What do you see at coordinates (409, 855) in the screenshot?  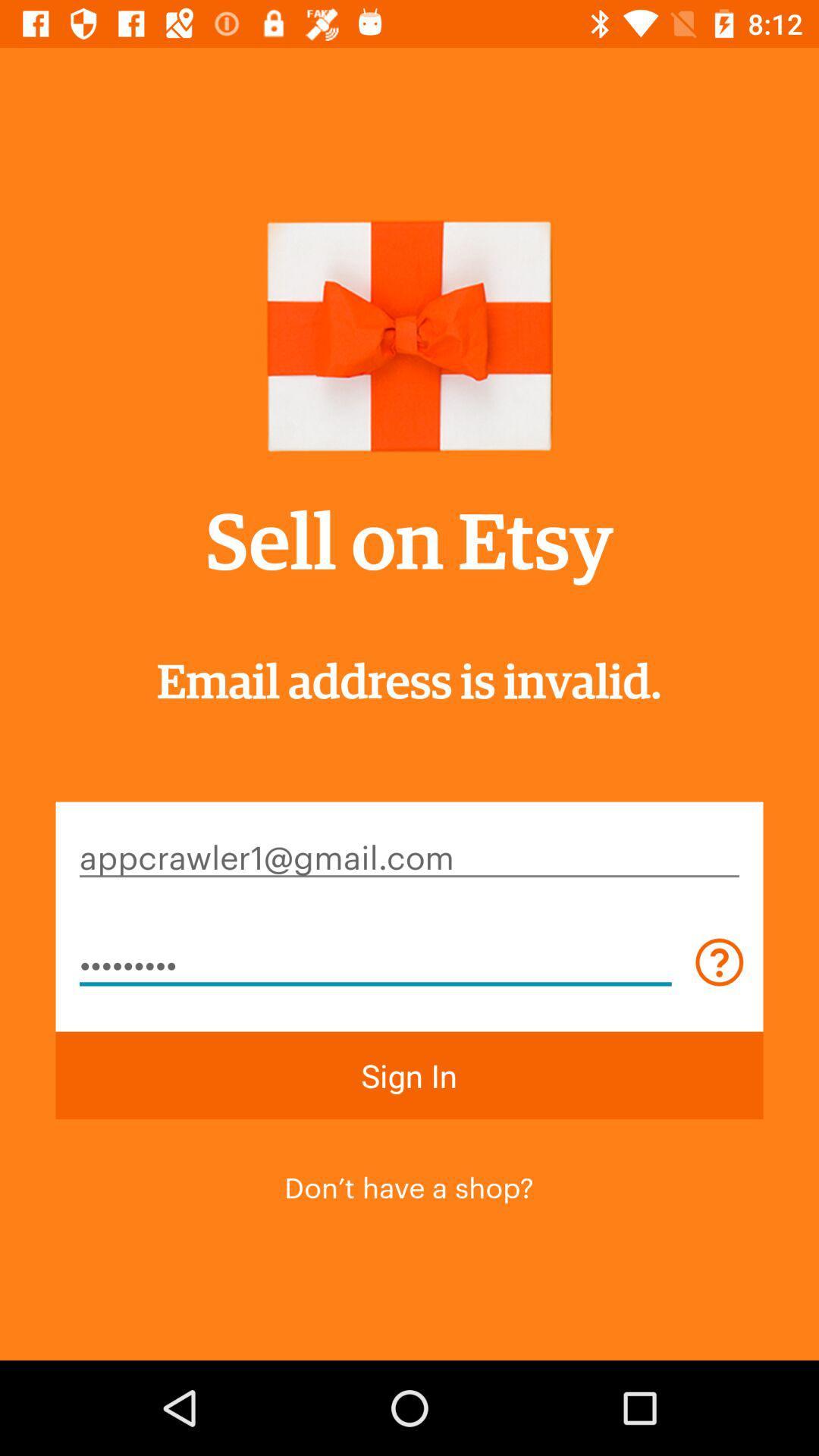 I see `appcrawler1@gmail.com icon` at bounding box center [409, 855].